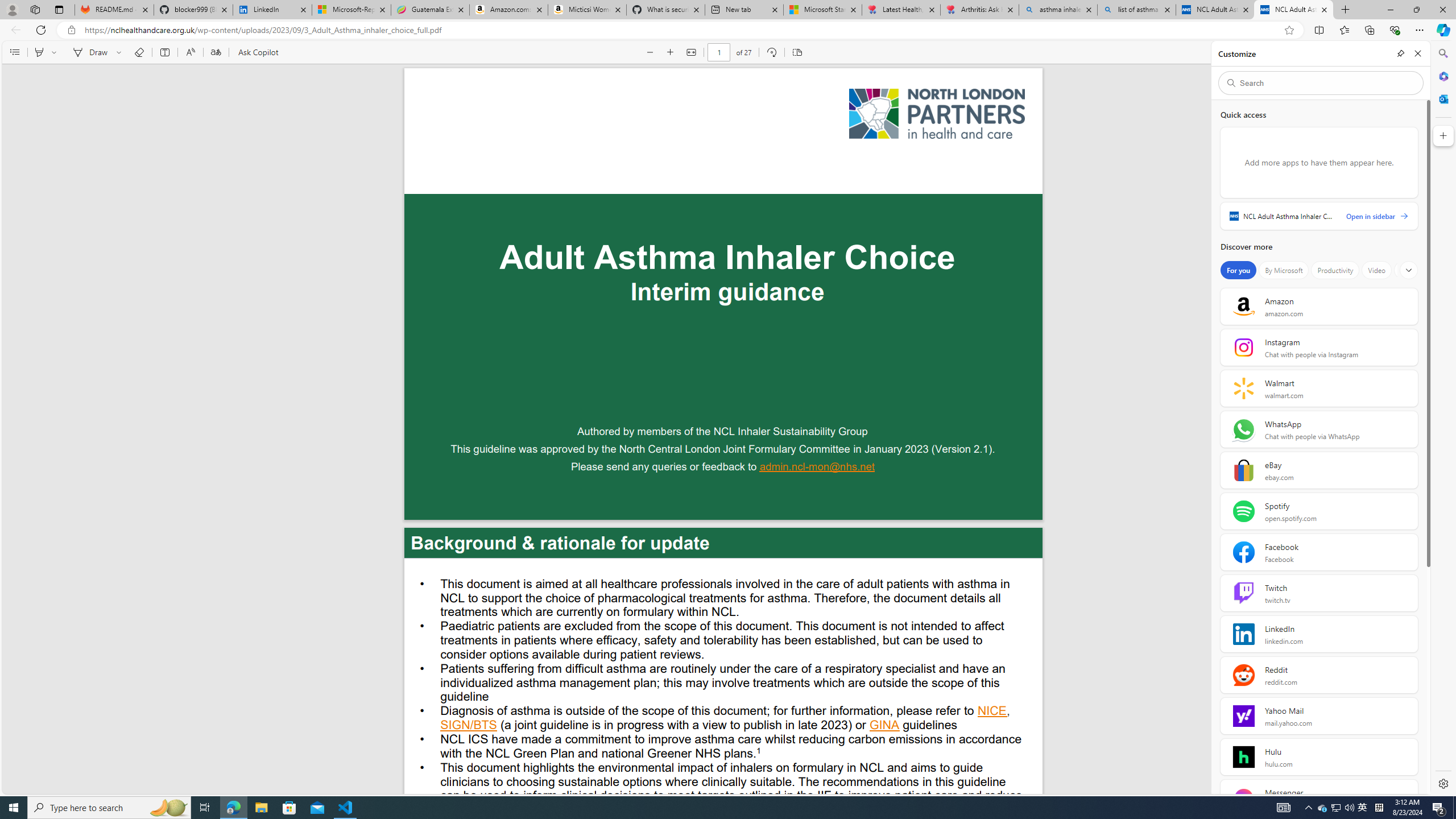 This screenshot has height=819, width=1456. What do you see at coordinates (139, 52) in the screenshot?
I see `'Erase'` at bounding box center [139, 52].